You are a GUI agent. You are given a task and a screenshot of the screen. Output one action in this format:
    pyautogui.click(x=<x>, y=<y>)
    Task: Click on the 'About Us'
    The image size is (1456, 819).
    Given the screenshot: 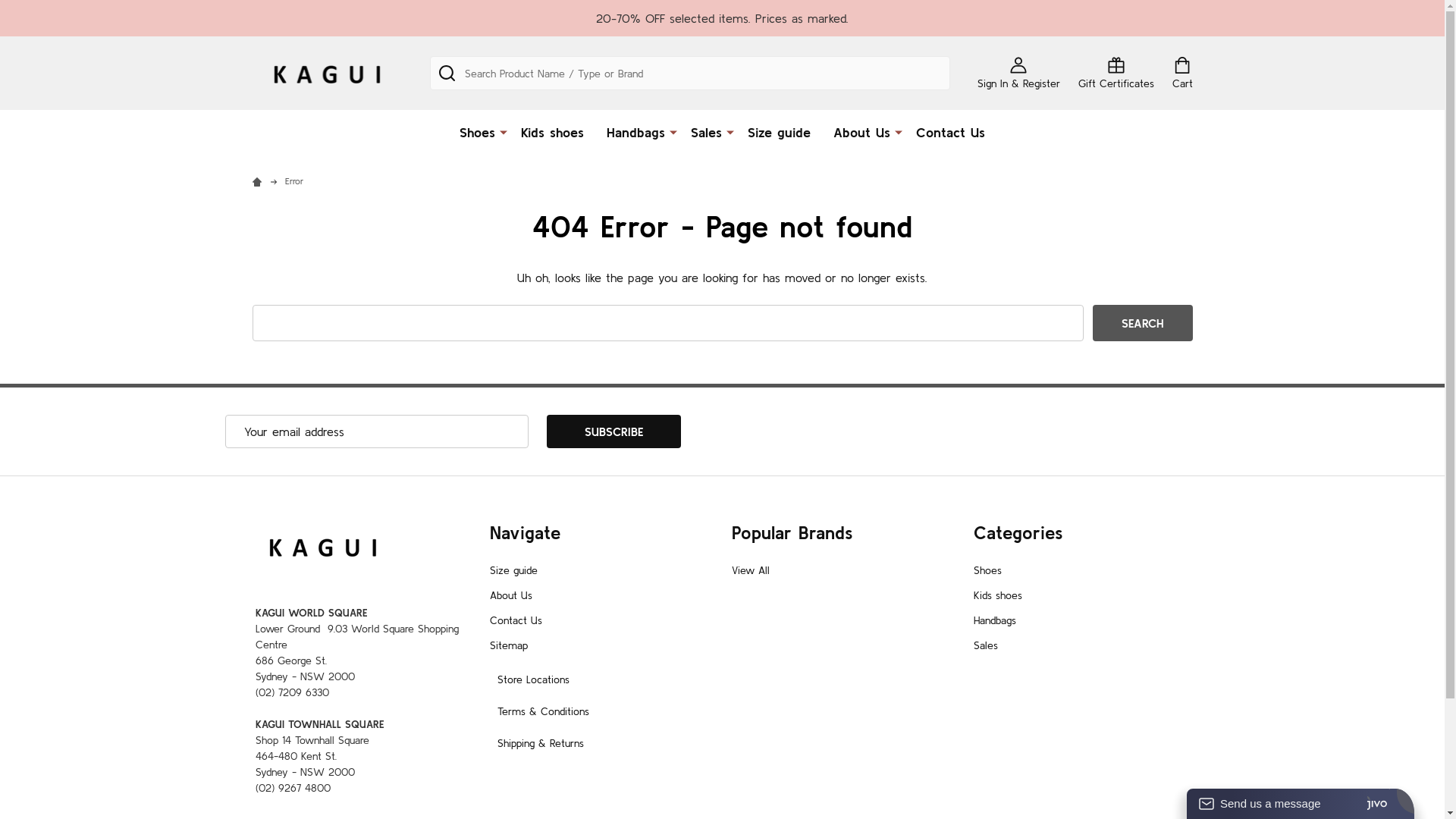 What is the action you would take?
    pyautogui.click(x=510, y=595)
    